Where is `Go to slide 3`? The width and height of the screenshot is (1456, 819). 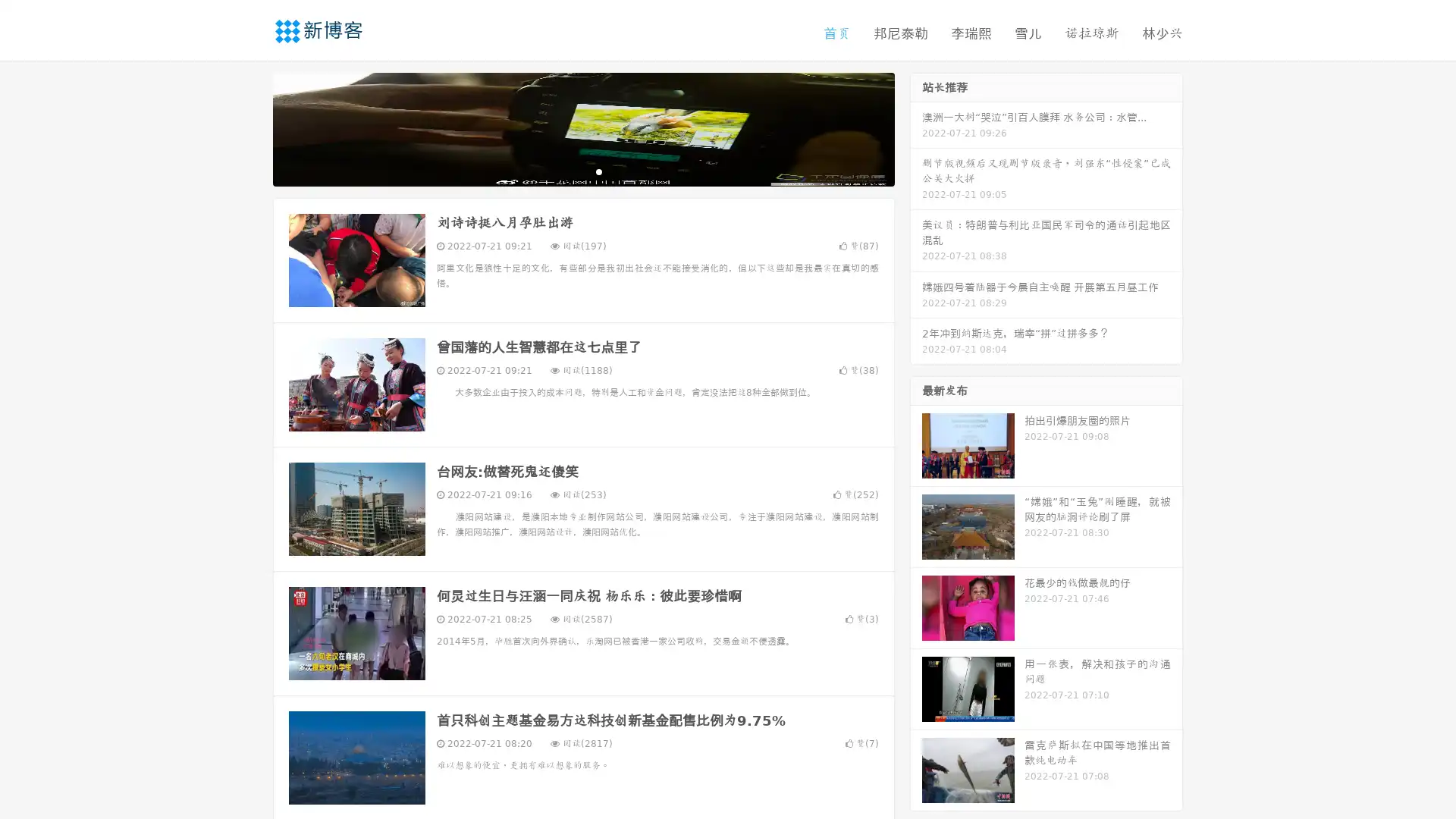 Go to slide 3 is located at coordinates (598, 171).